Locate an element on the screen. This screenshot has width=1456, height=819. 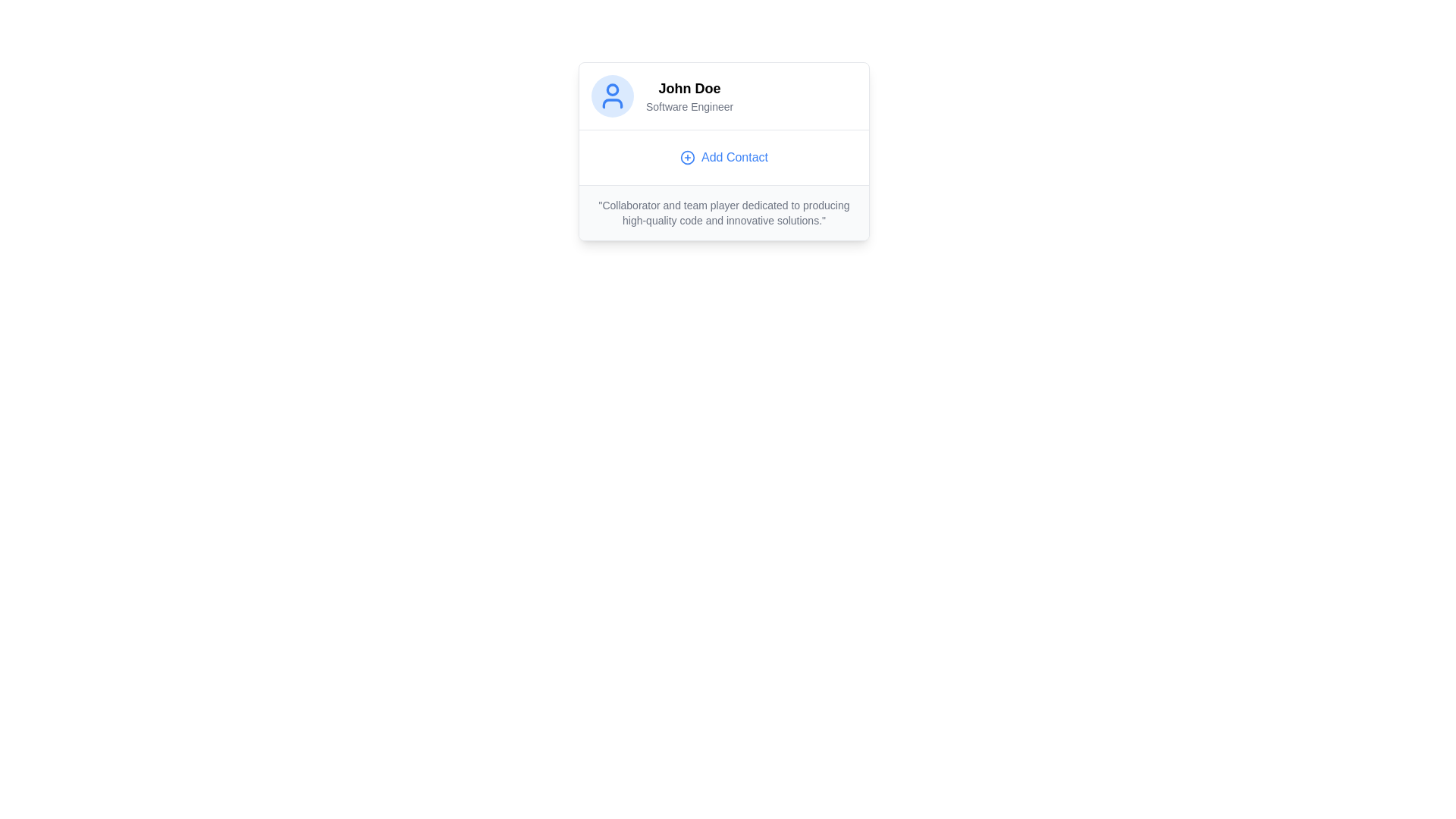
the text element containing the header 'John Doe' and subheader 'Software Engineer', which is positioned to the right of a blue circular user icon in the card component is located at coordinates (689, 96).